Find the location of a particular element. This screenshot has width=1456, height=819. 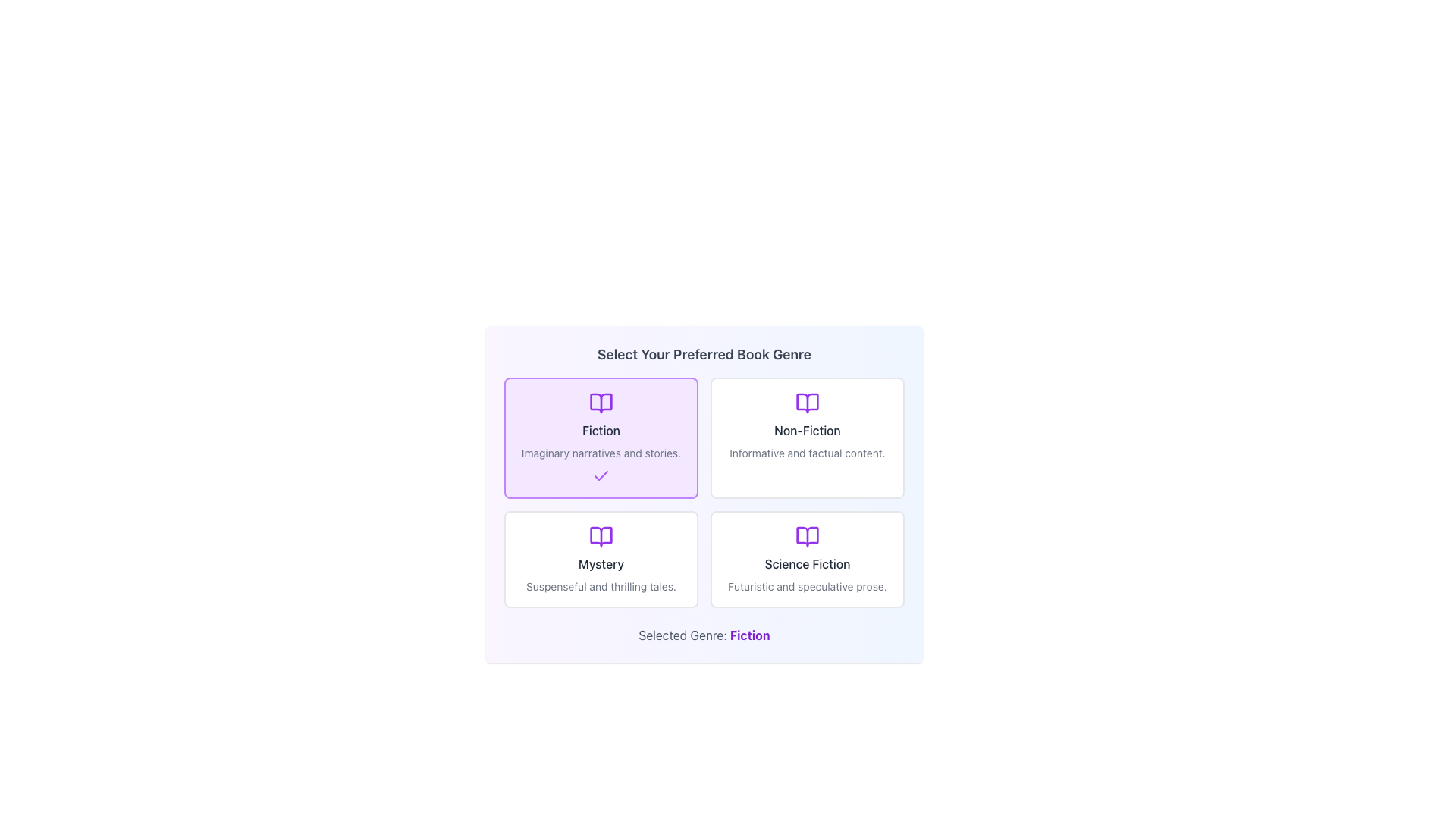

the icon representing the 'Non-Fiction' category, which is centrally positioned at the top of the 'Non-Fiction' section in the grid layout is located at coordinates (807, 403).